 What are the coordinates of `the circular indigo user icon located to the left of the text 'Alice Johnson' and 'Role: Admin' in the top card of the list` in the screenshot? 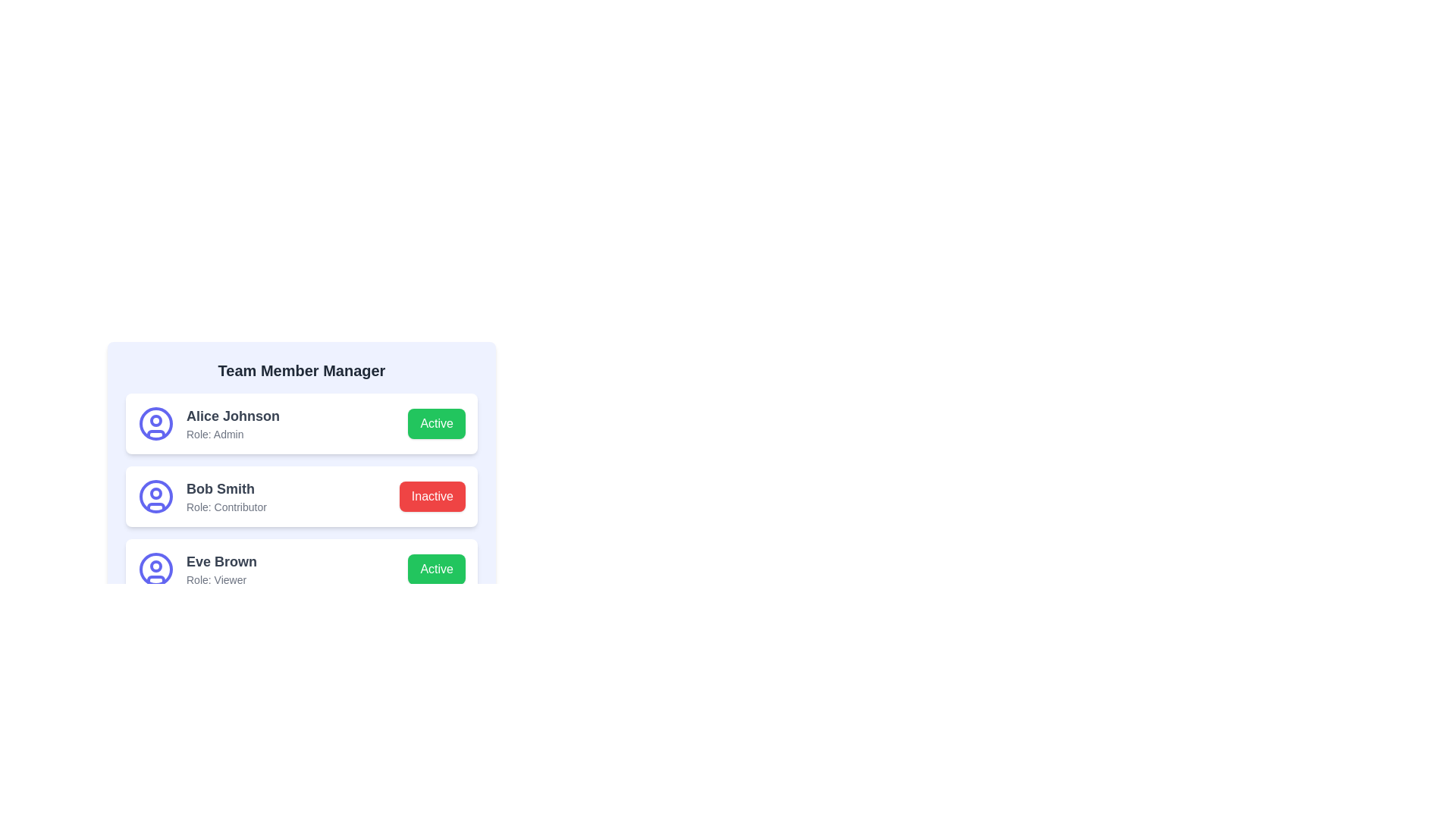 It's located at (156, 424).